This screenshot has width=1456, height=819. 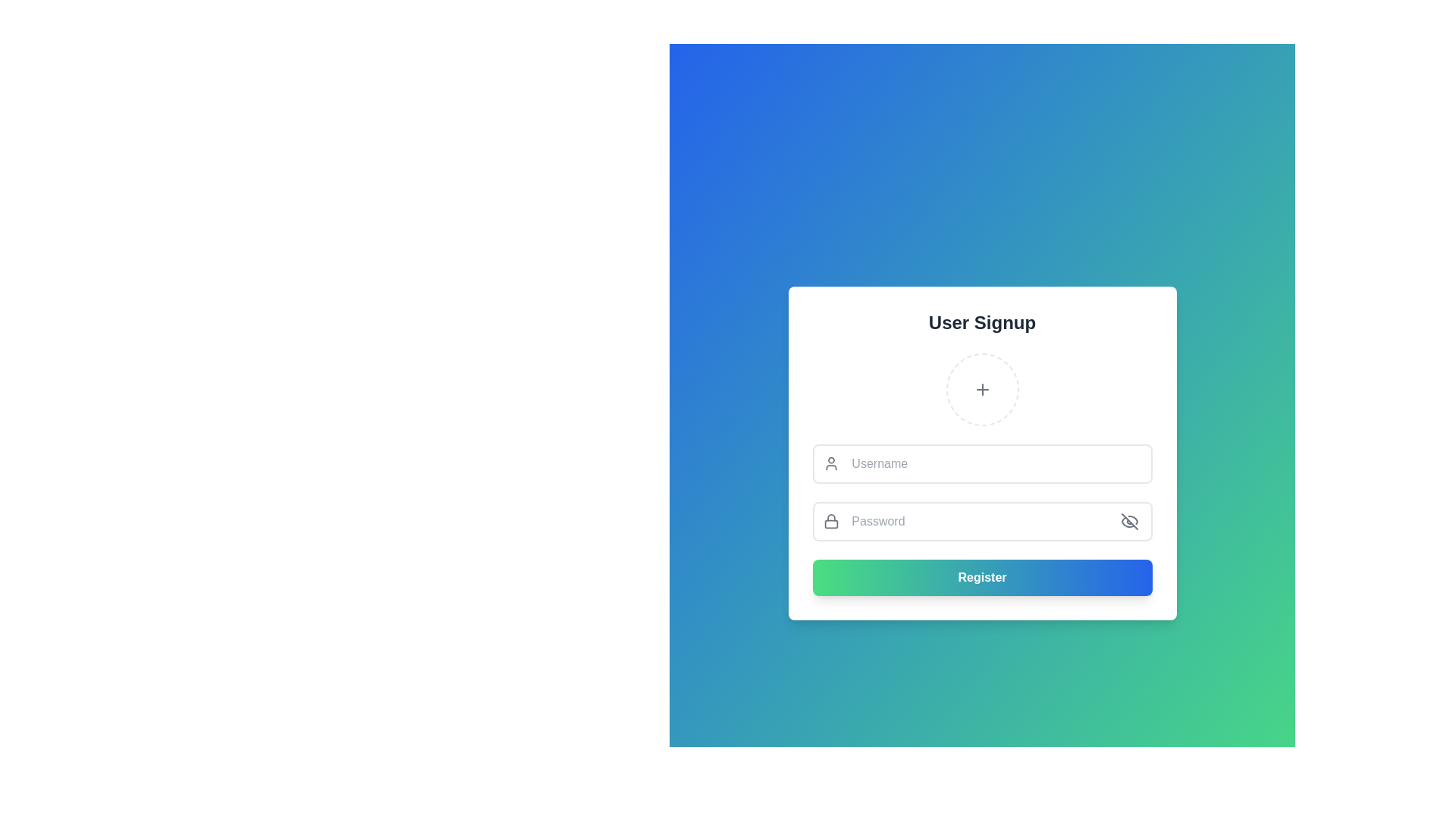 I want to click on the vertical form section for user credential input to focus on the input fields, so click(x=982, y=473).